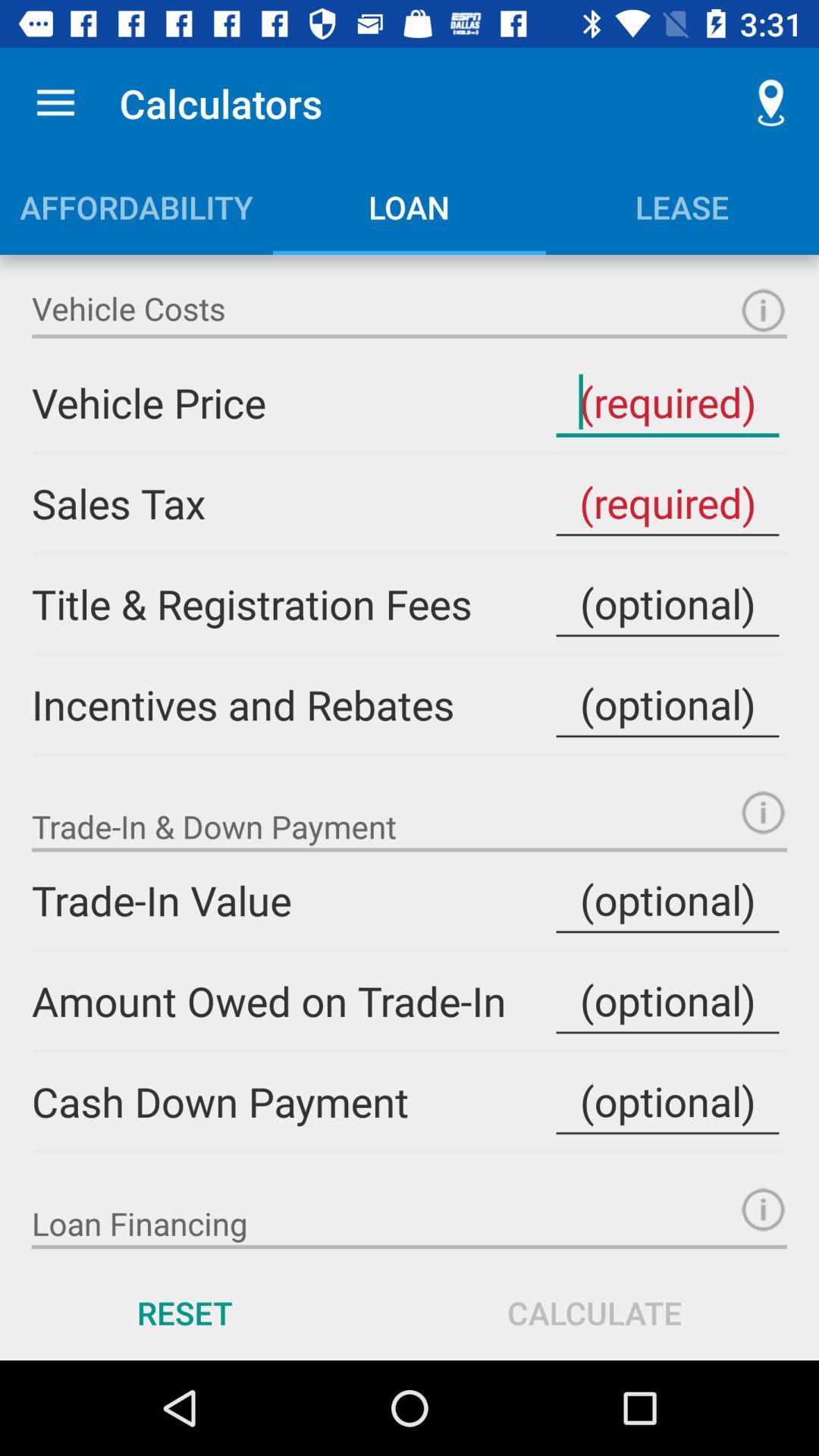 Image resolution: width=819 pixels, height=1456 pixels. What do you see at coordinates (667, 1001) in the screenshot?
I see `insert value` at bounding box center [667, 1001].